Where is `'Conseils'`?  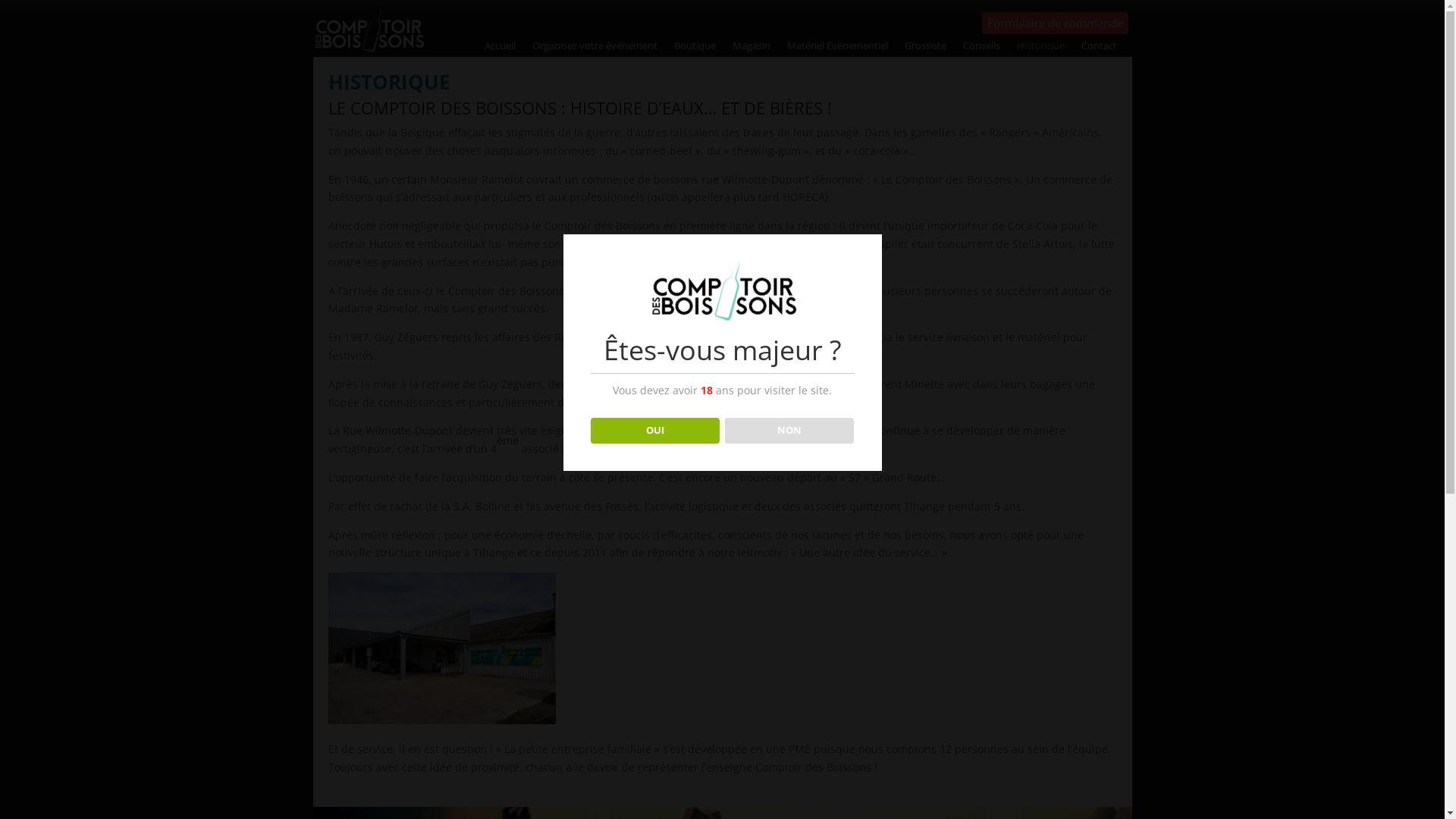
'Conseils' is located at coordinates (981, 48).